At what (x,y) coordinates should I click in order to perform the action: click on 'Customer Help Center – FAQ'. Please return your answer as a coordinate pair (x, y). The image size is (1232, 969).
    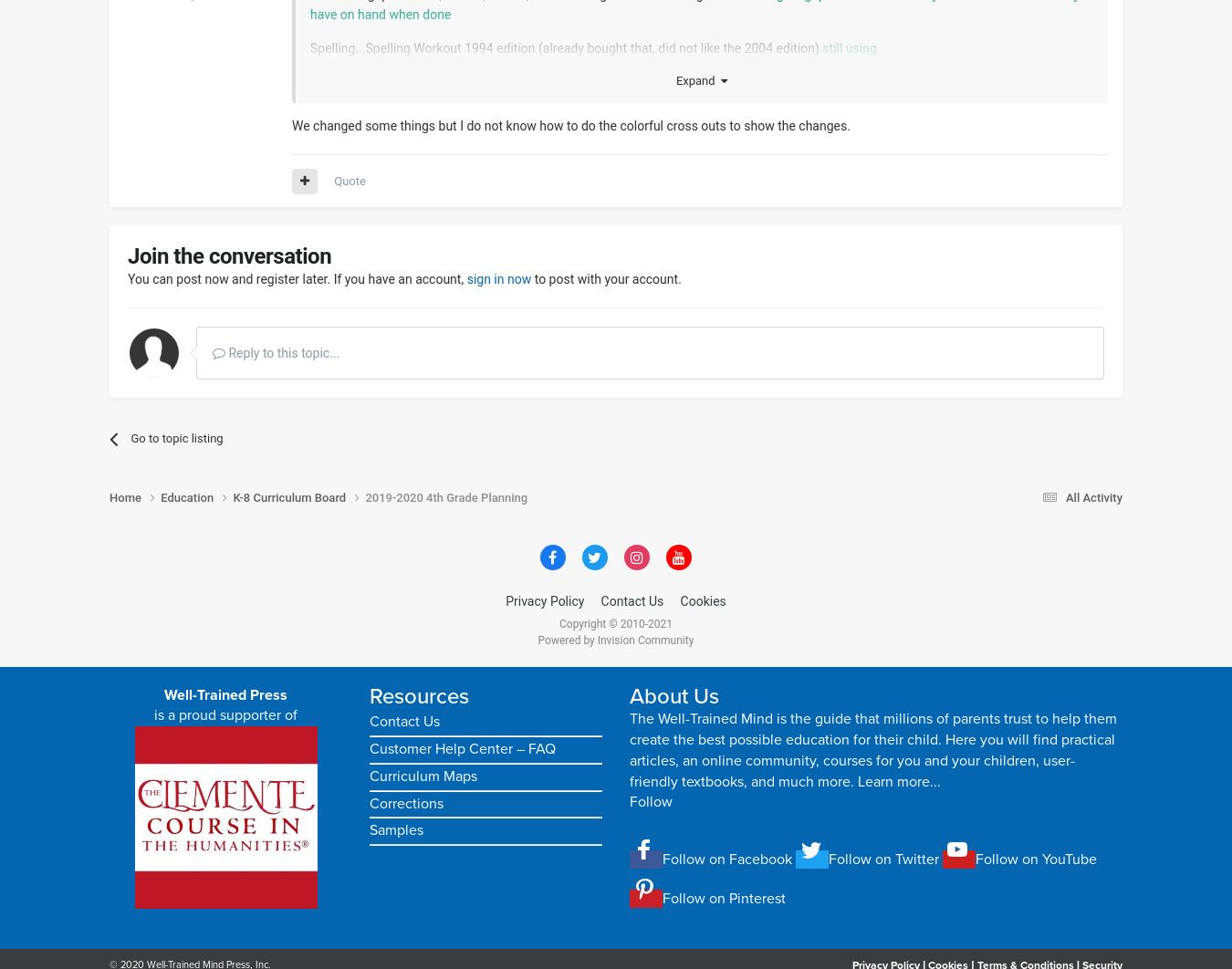
    Looking at the image, I should click on (370, 746).